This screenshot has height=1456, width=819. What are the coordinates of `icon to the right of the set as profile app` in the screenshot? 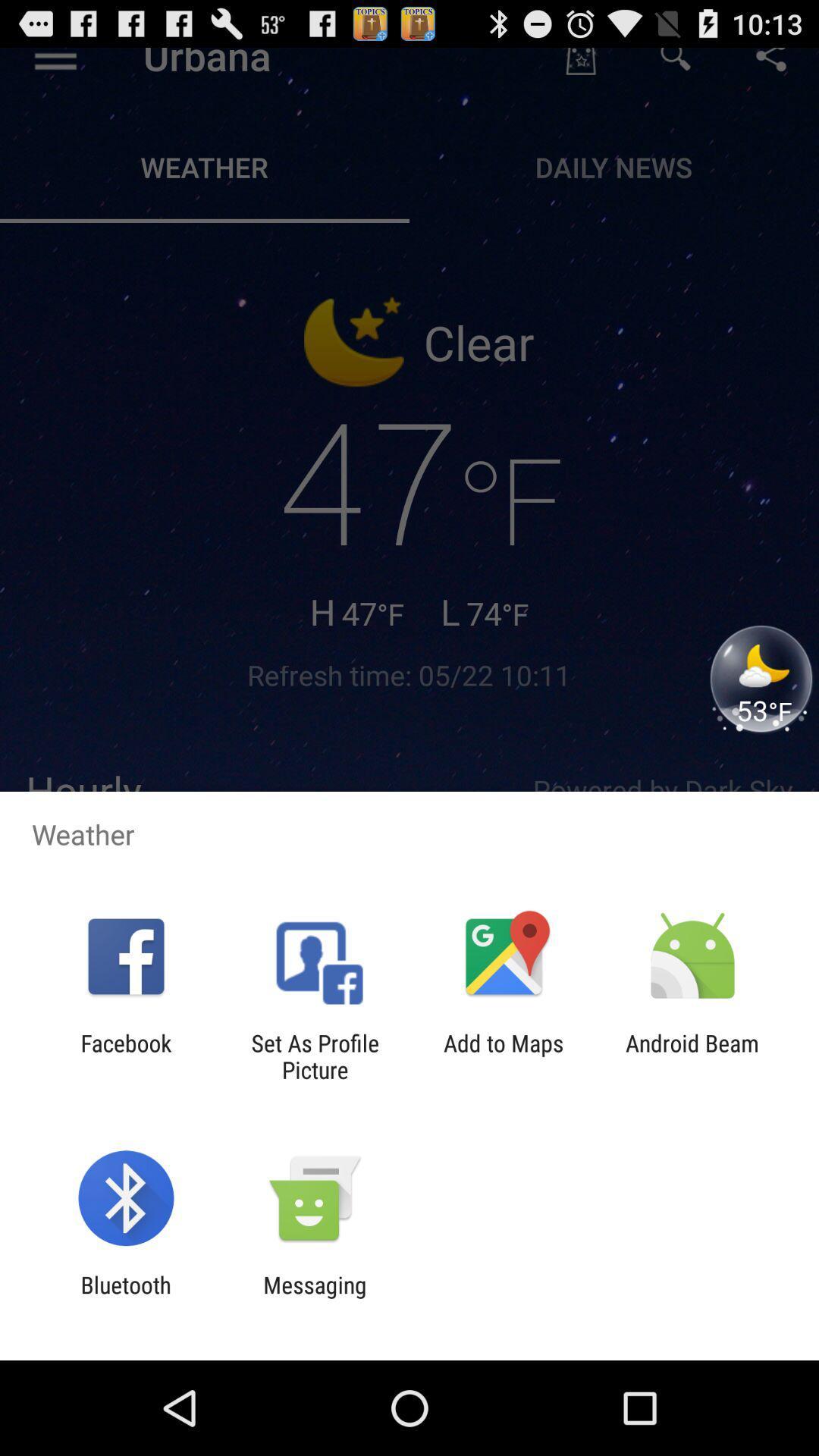 It's located at (504, 1056).